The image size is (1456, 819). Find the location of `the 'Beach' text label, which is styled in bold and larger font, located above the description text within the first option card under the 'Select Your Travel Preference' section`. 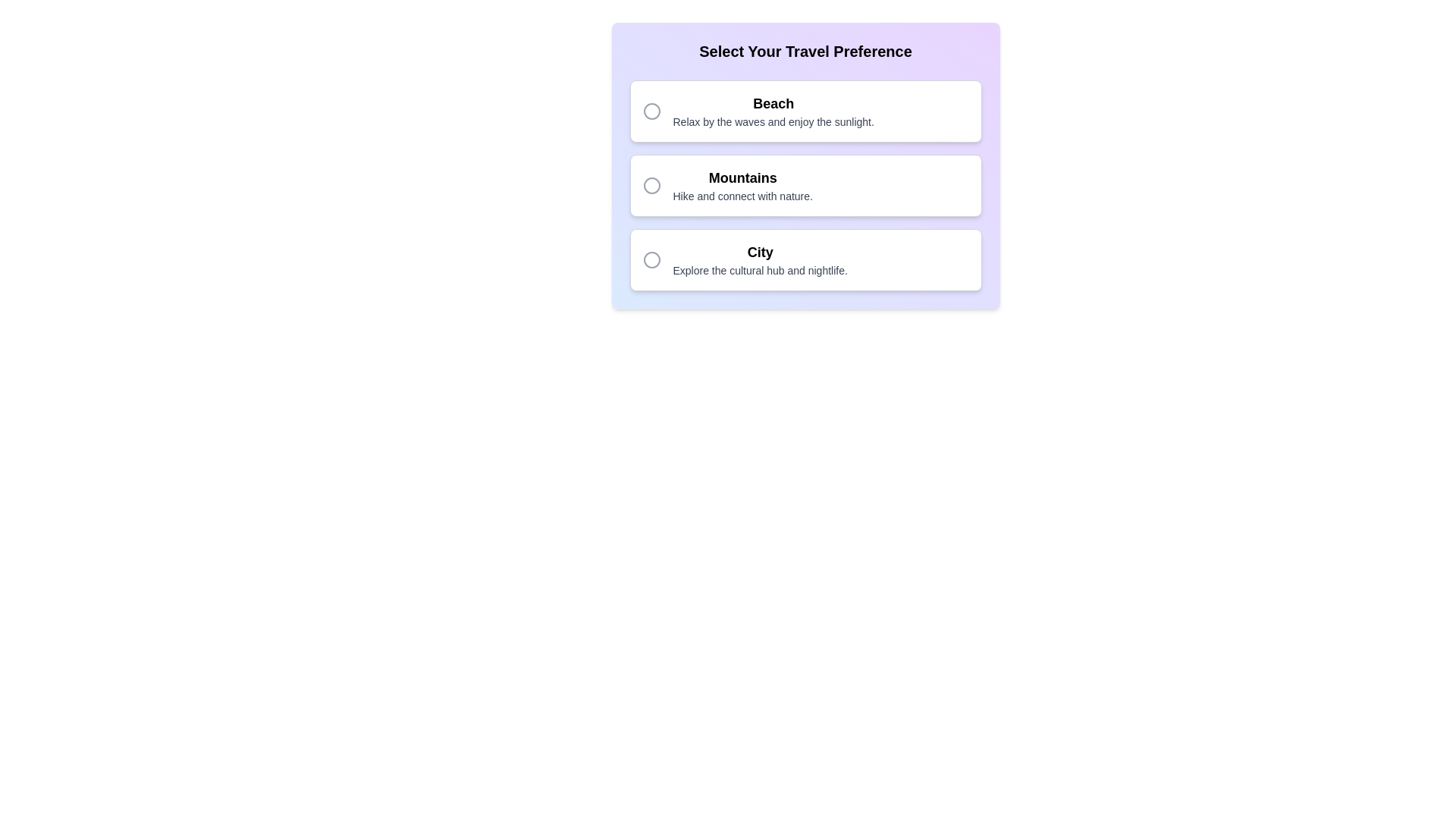

the 'Beach' text label, which is styled in bold and larger font, located above the description text within the first option card under the 'Select Your Travel Preference' section is located at coordinates (773, 103).